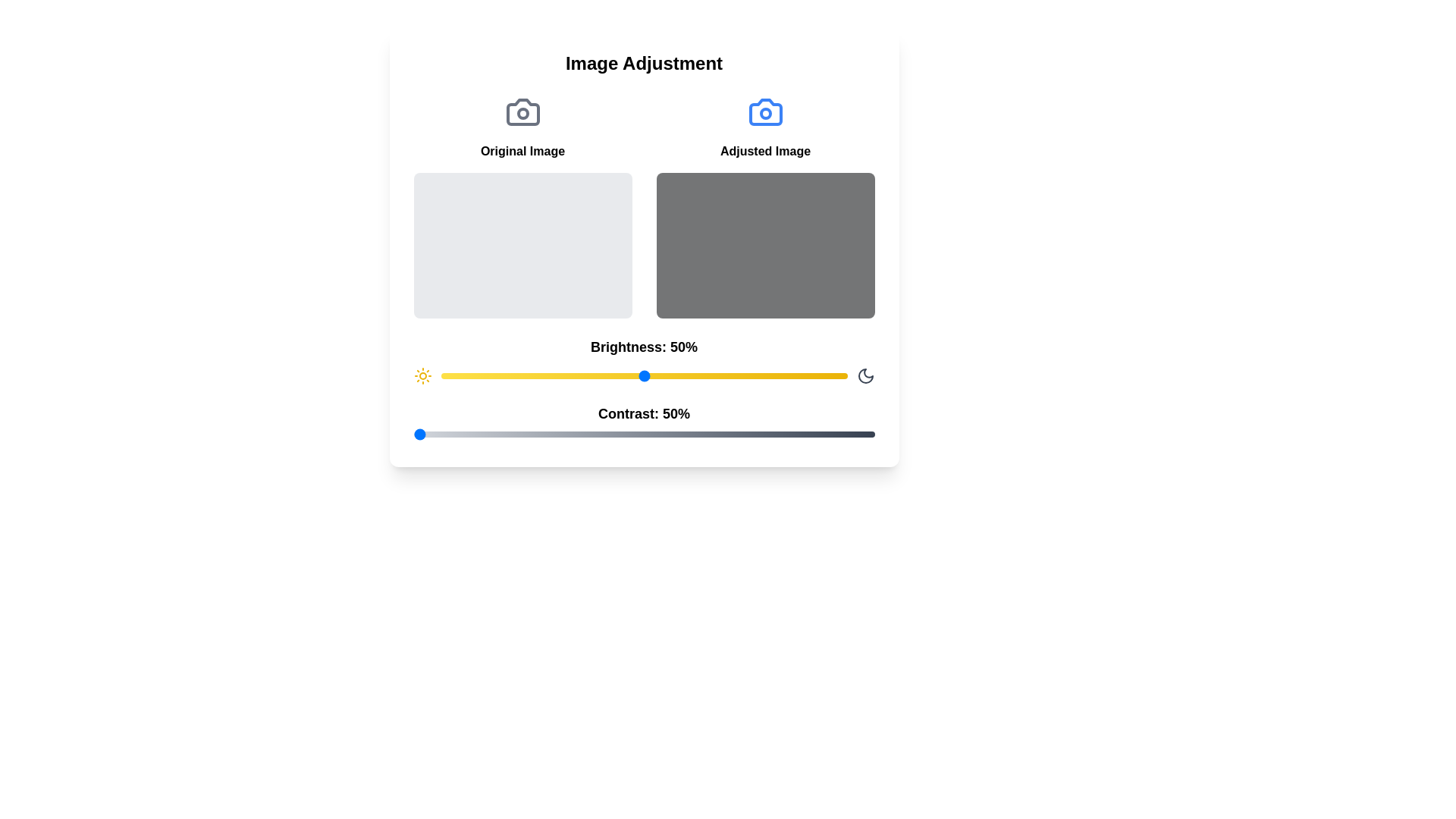  What do you see at coordinates (522, 111) in the screenshot?
I see `the minimalist gray camera icon located at the top of the 'Image Adjustment' frame, which is directly above the 'Original Image' text for selection` at bounding box center [522, 111].